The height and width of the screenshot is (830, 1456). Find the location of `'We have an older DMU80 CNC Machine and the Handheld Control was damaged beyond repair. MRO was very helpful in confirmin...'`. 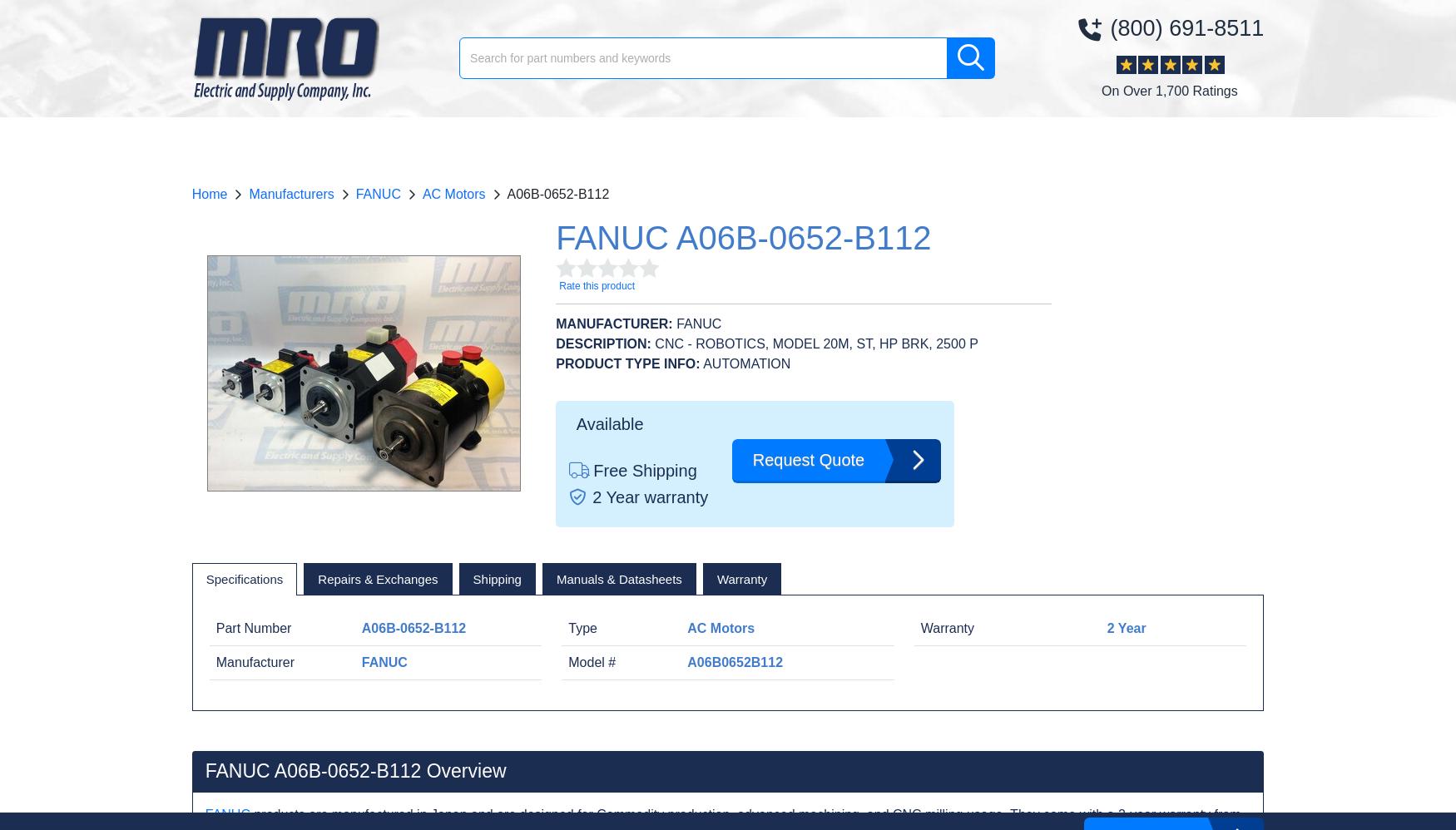

'We have an older DMU80 CNC Machine and the Handheld Control was damaged beyond repair. MRO was very helpful in confirmin...' is located at coordinates (1069, 430).